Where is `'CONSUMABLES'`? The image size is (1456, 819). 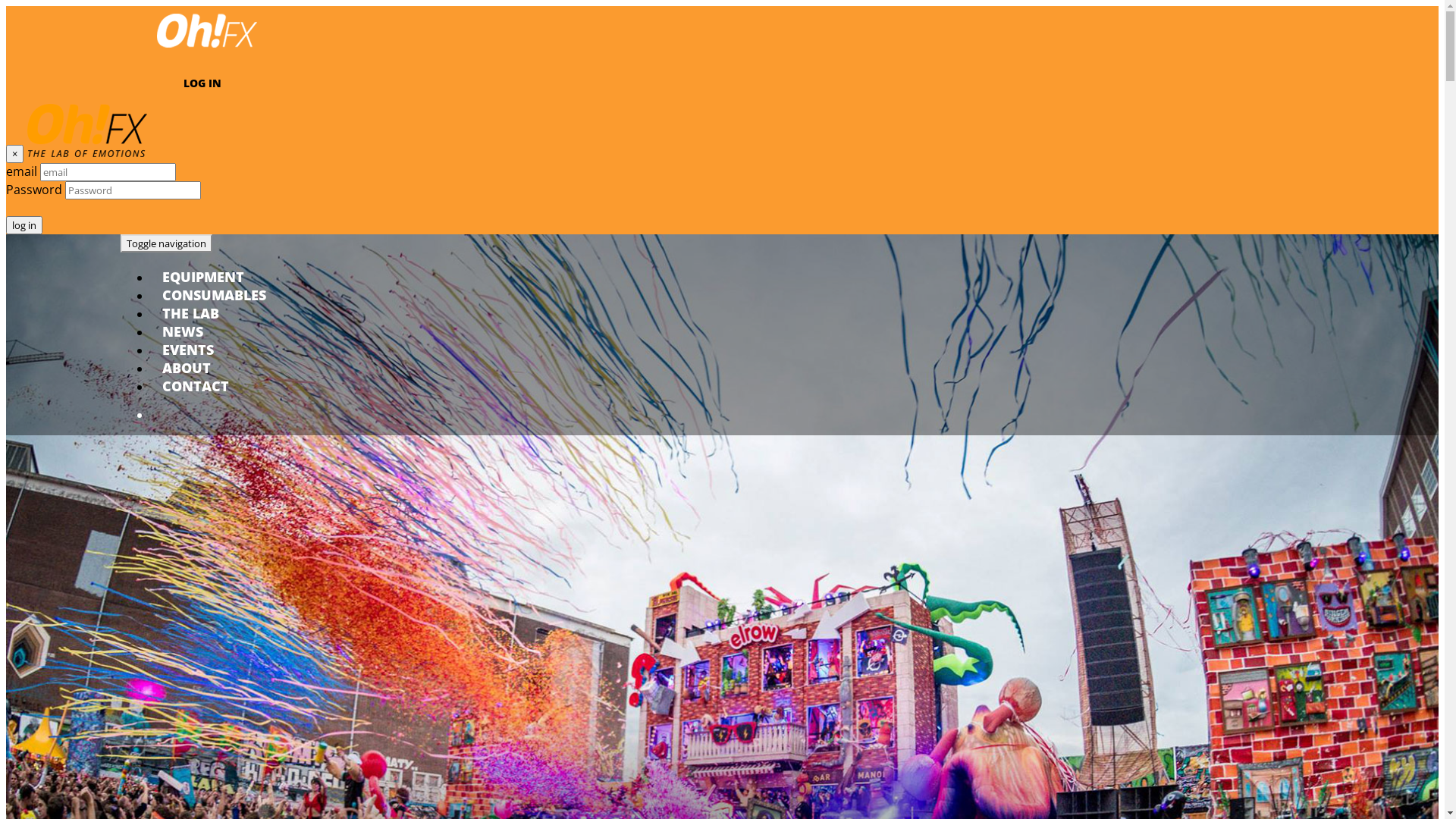
'CONSUMABLES' is located at coordinates (213, 295).